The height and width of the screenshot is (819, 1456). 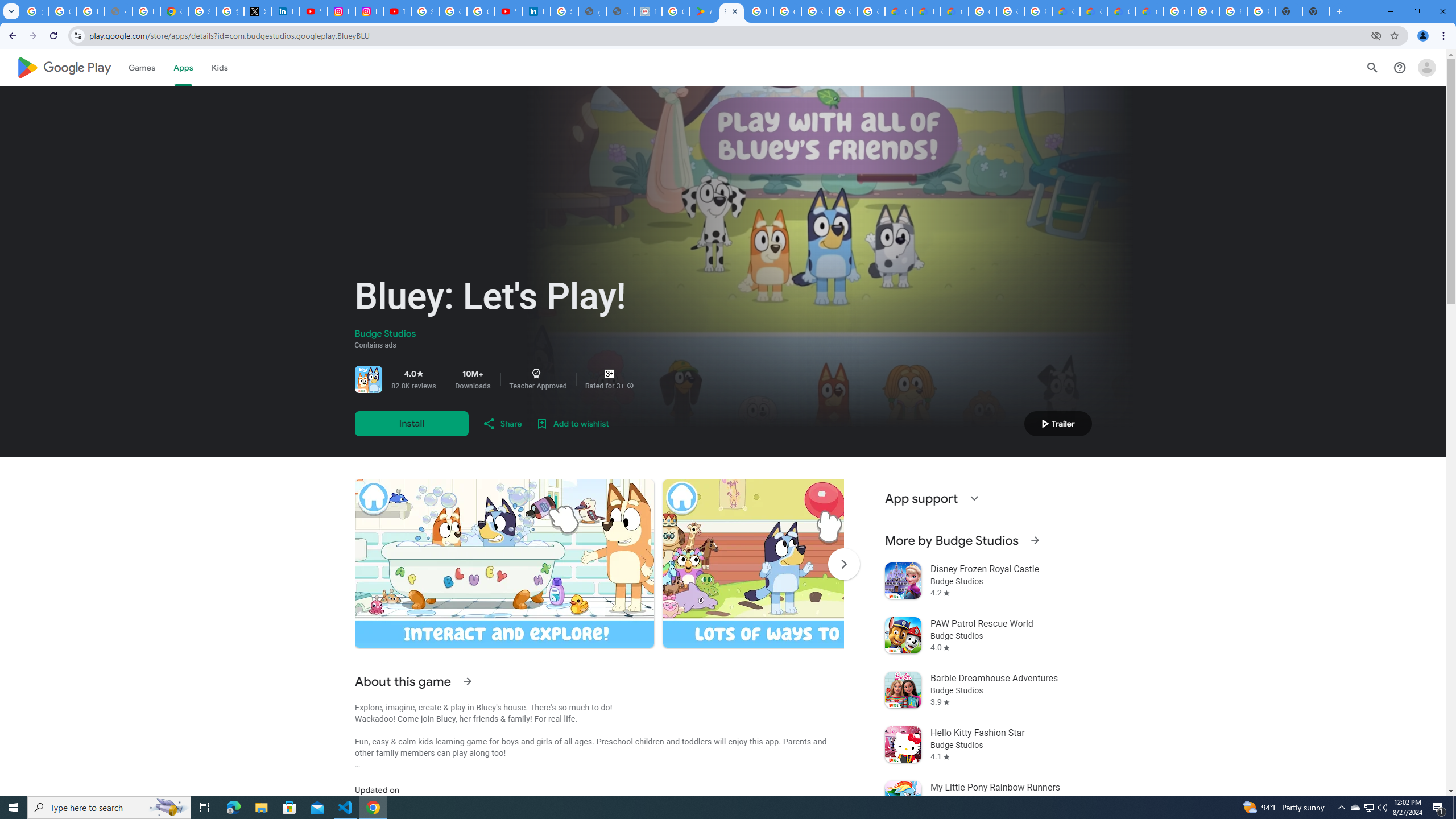 I want to click on 'Open account menu', so click(x=1426, y=67).